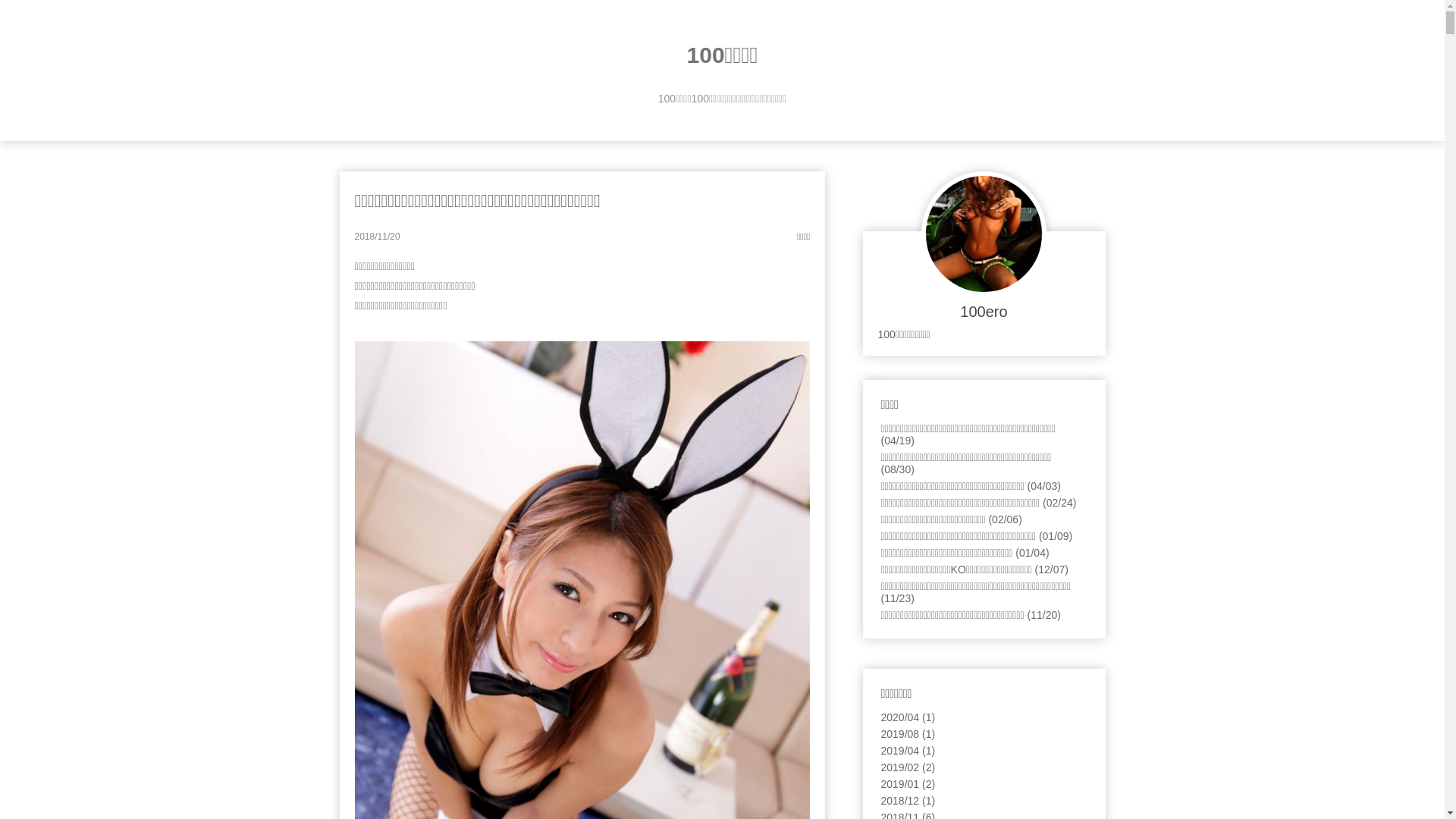 The image size is (1456, 819). I want to click on '2019/02 (2)', so click(908, 767).